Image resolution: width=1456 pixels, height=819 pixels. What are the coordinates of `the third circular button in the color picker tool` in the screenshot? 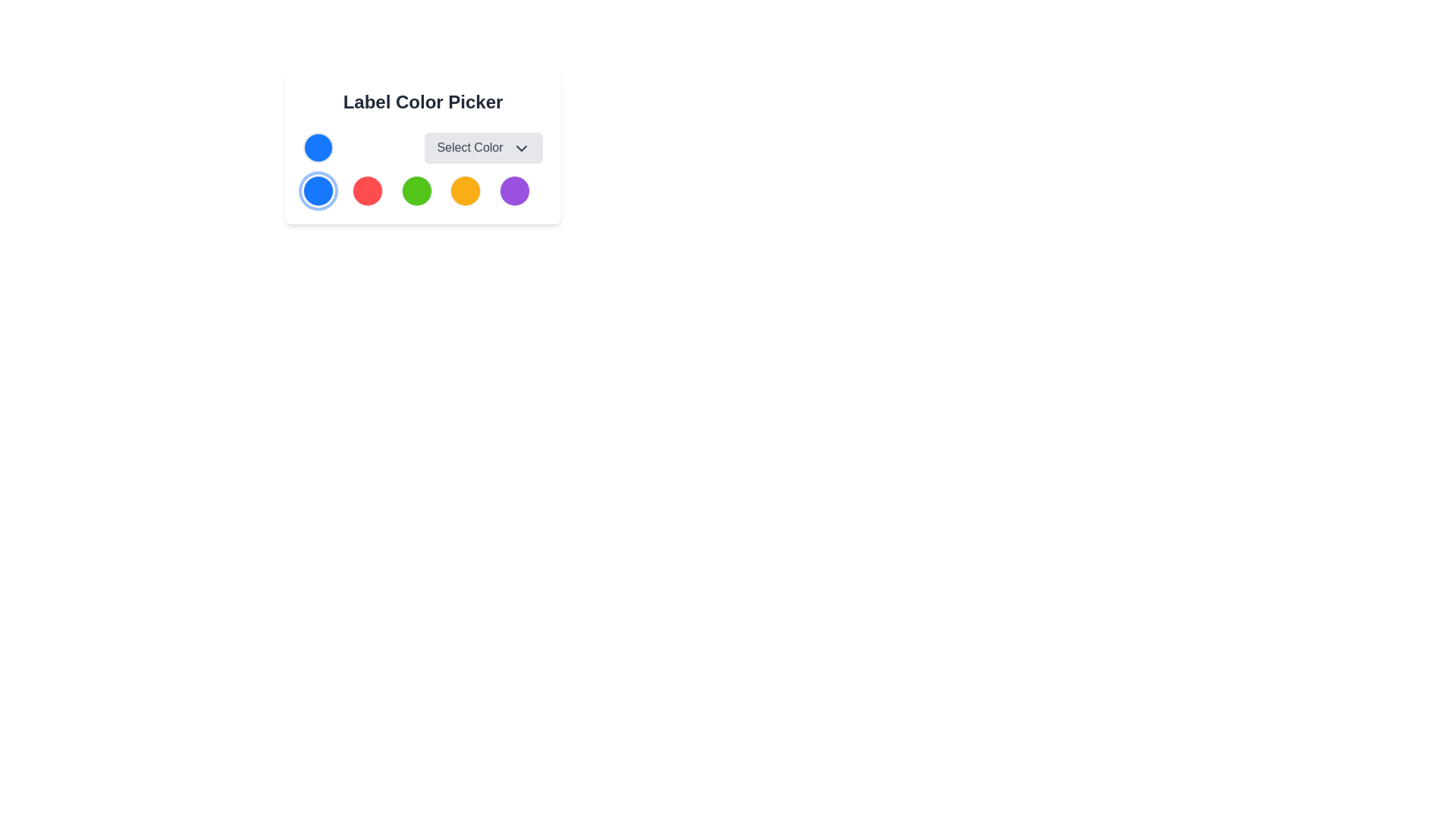 It's located at (422, 189).